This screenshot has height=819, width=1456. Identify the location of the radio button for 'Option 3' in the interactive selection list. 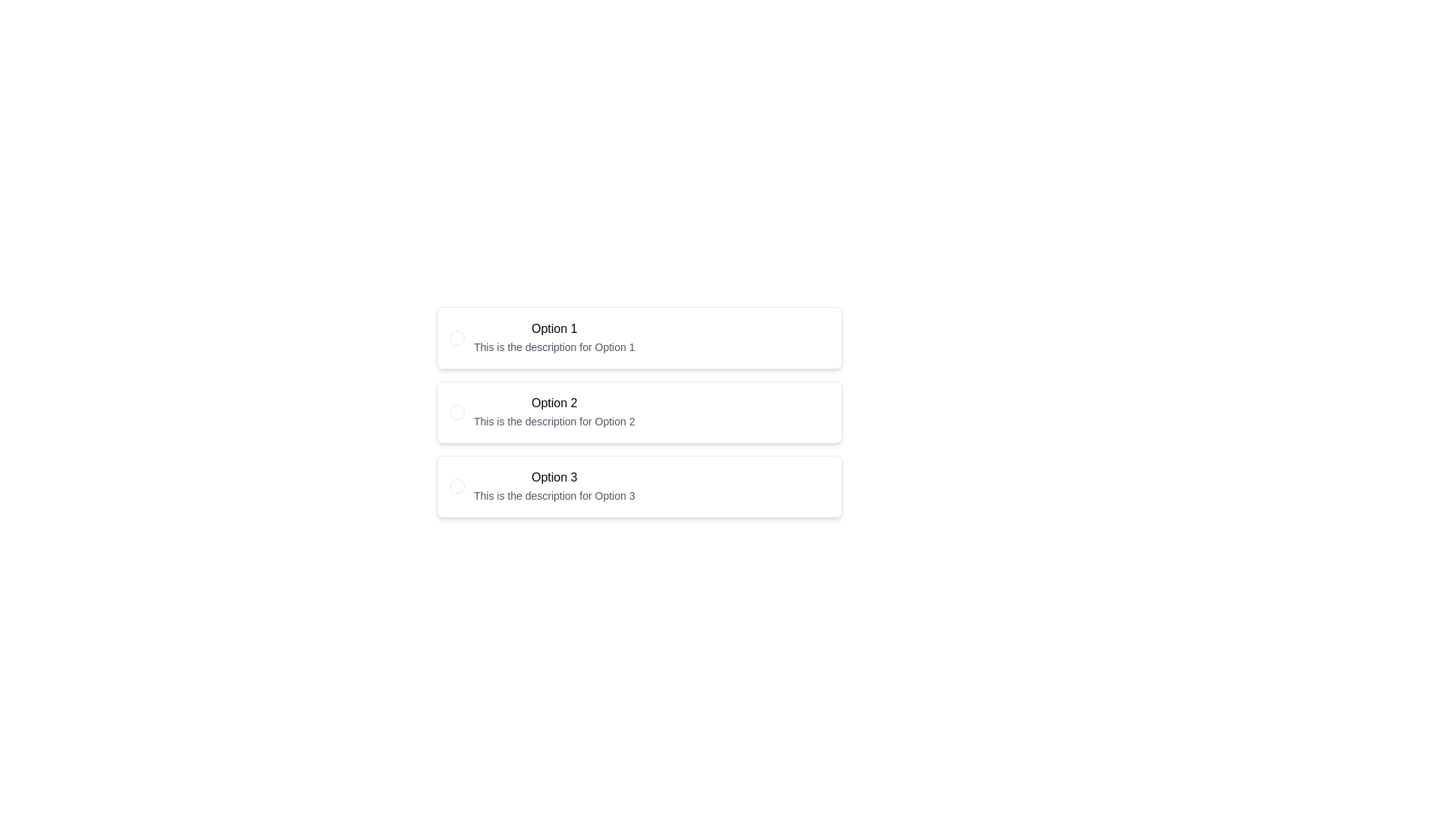
(542, 486).